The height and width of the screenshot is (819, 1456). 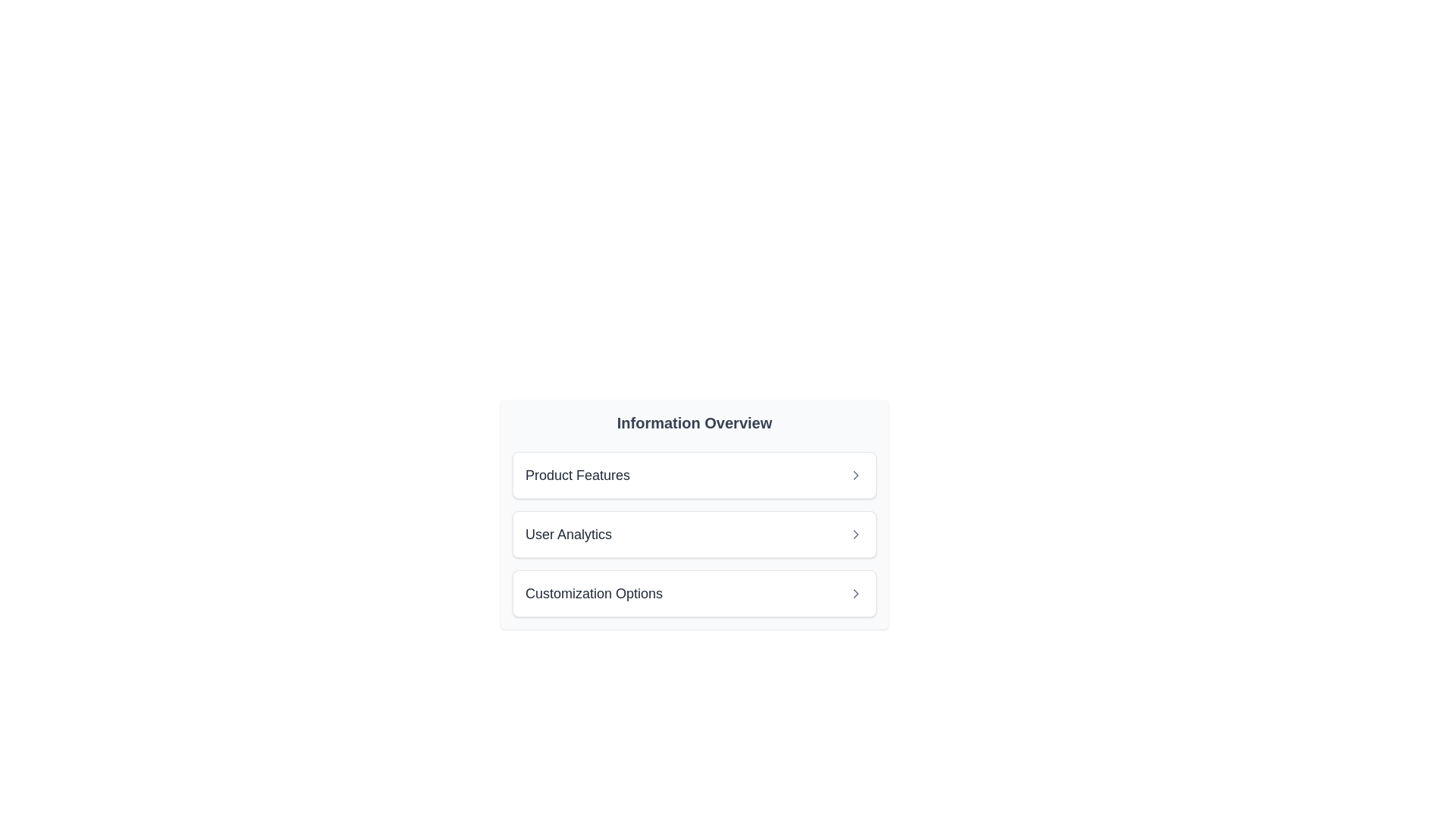 What do you see at coordinates (855, 593) in the screenshot?
I see `the right-facing chevron icon located in the 'Customization Options' row to trigger the hover effects` at bounding box center [855, 593].